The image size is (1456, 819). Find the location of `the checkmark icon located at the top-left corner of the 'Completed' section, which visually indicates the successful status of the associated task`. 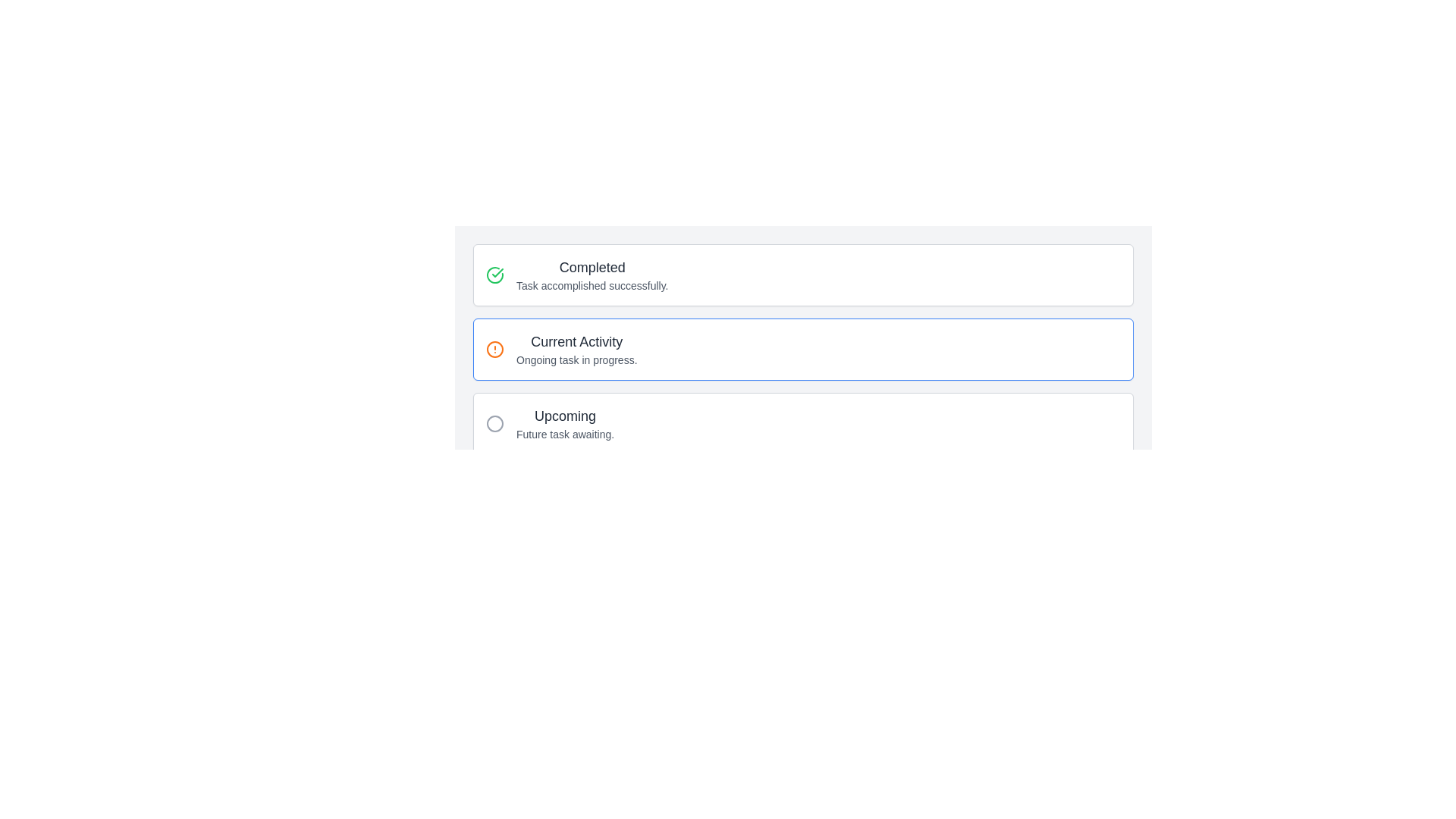

the checkmark icon located at the top-left corner of the 'Completed' section, which visually indicates the successful status of the associated task is located at coordinates (497, 271).